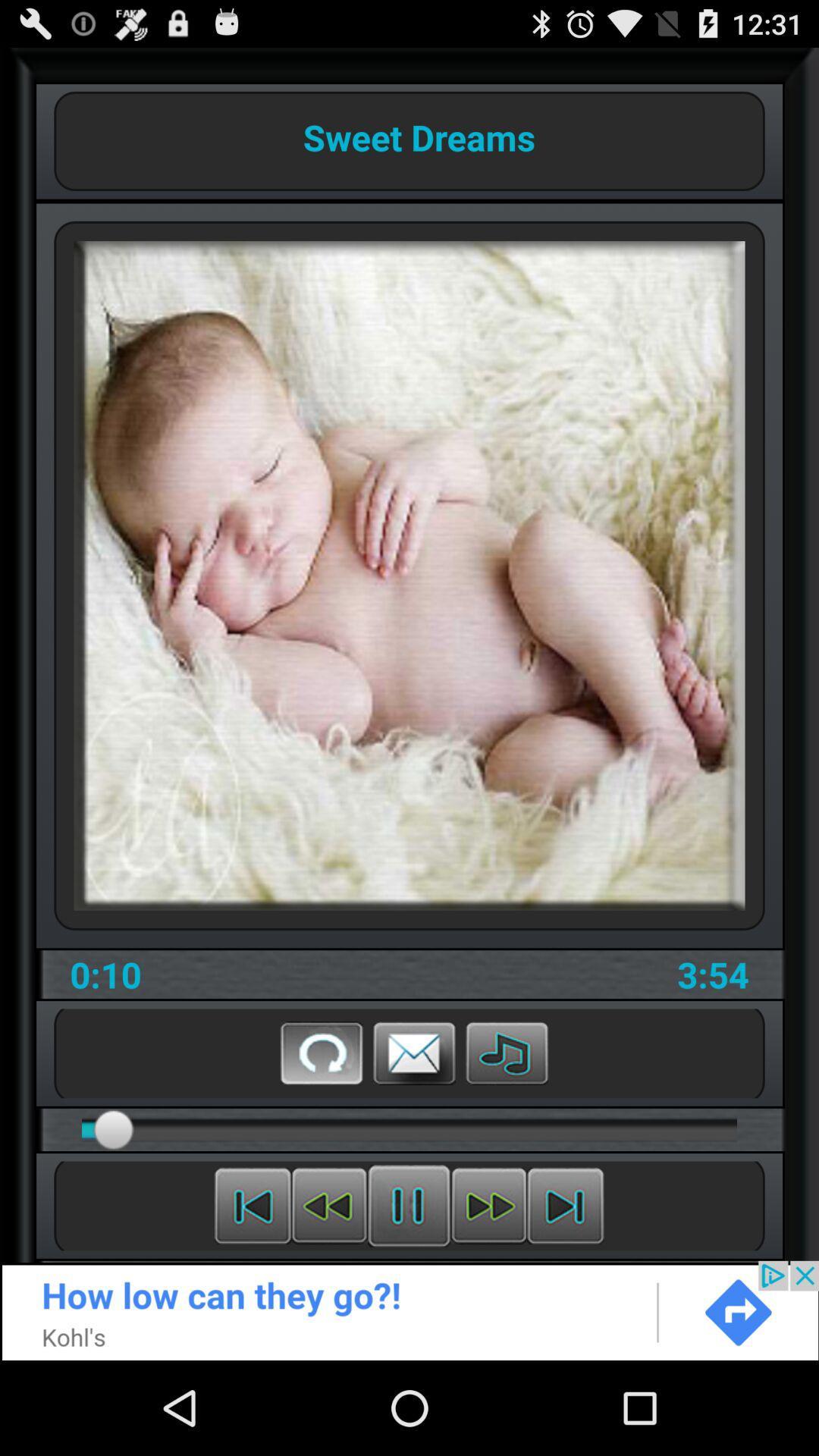 The width and height of the screenshot is (819, 1456). What do you see at coordinates (252, 1205) in the screenshot?
I see `backword to option` at bounding box center [252, 1205].